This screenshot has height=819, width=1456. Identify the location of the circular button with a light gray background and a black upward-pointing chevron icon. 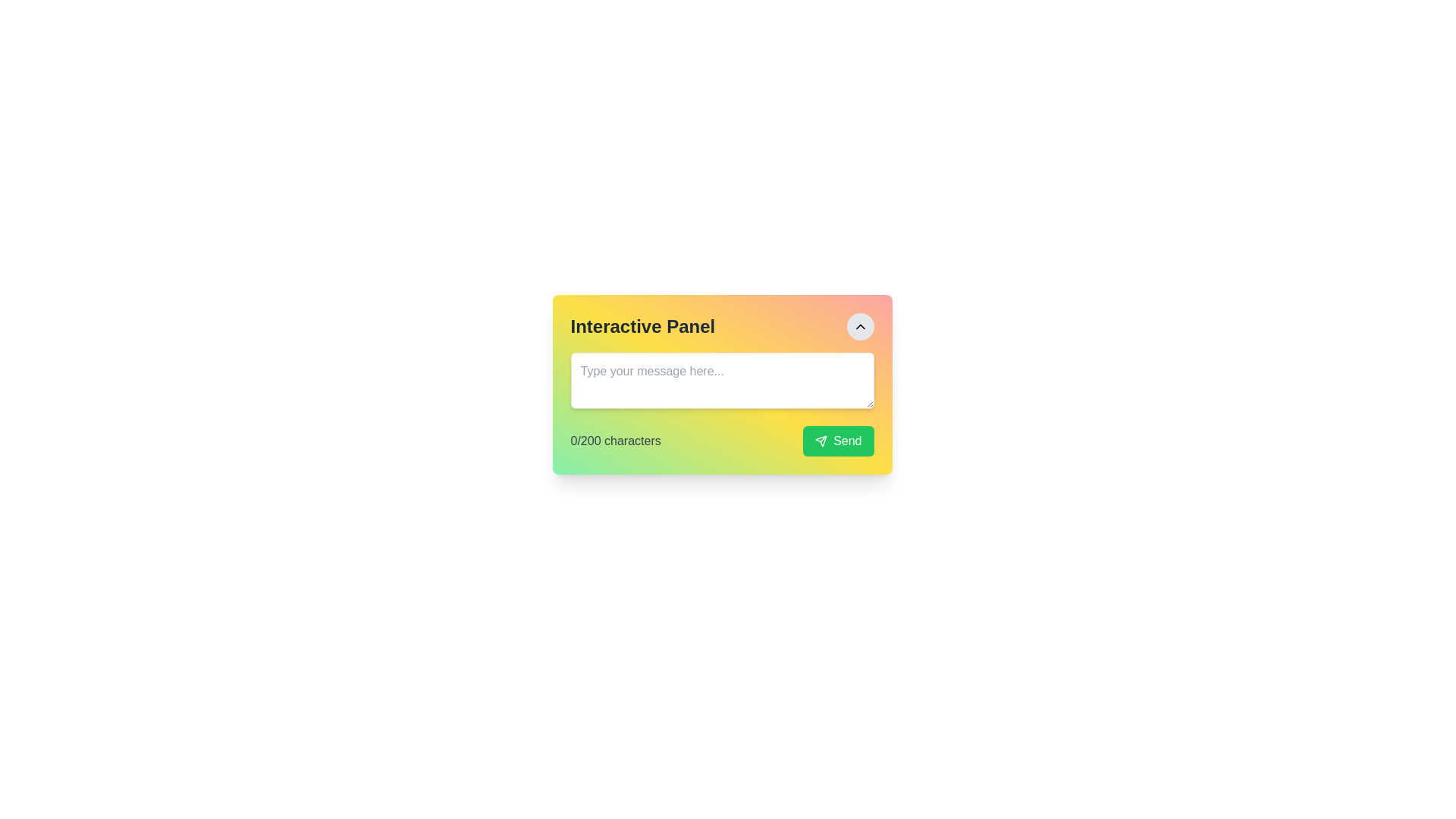
(860, 326).